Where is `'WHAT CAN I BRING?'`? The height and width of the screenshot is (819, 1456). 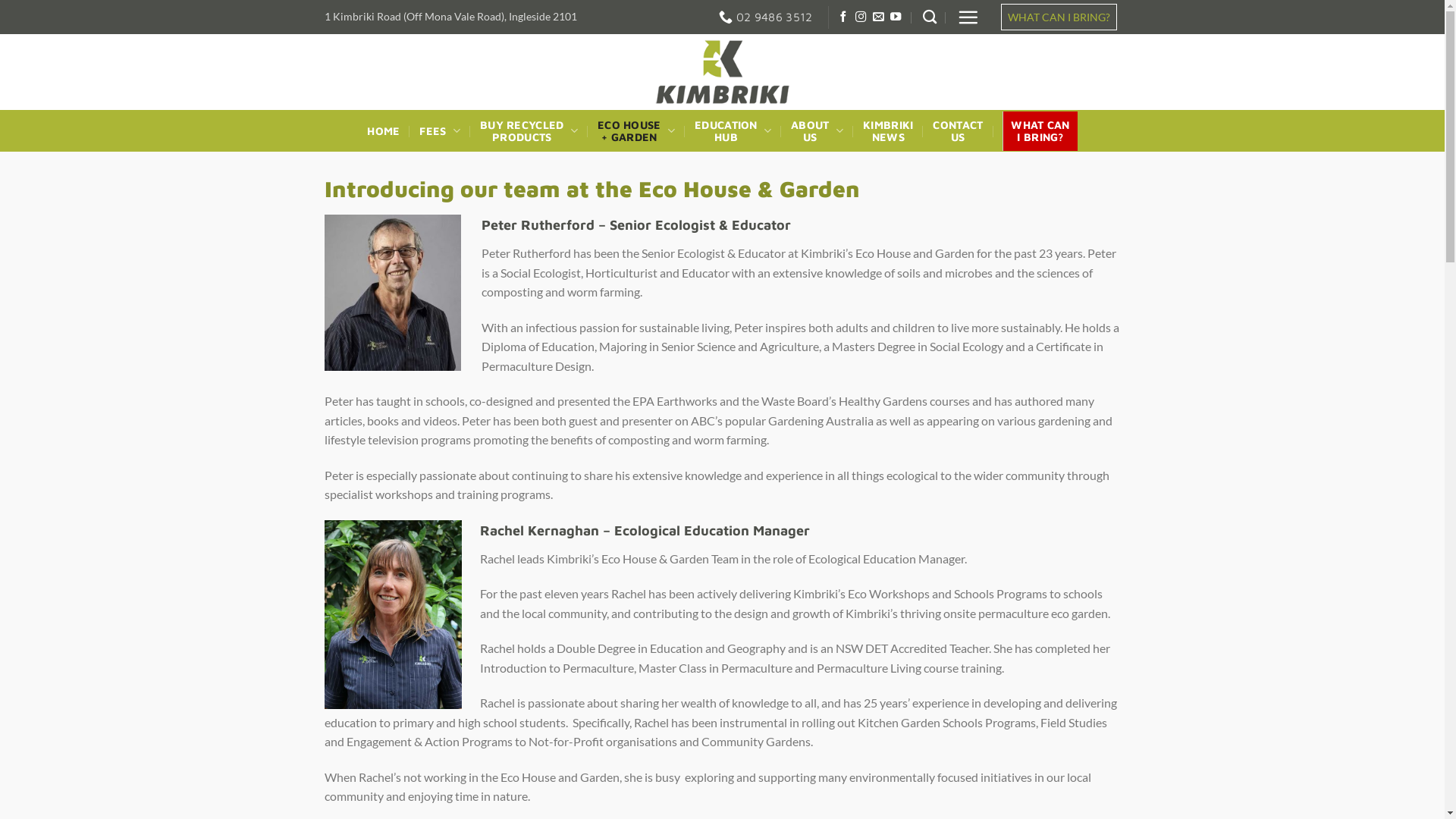 'WHAT CAN I BRING?' is located at coordinates (1057, 17).